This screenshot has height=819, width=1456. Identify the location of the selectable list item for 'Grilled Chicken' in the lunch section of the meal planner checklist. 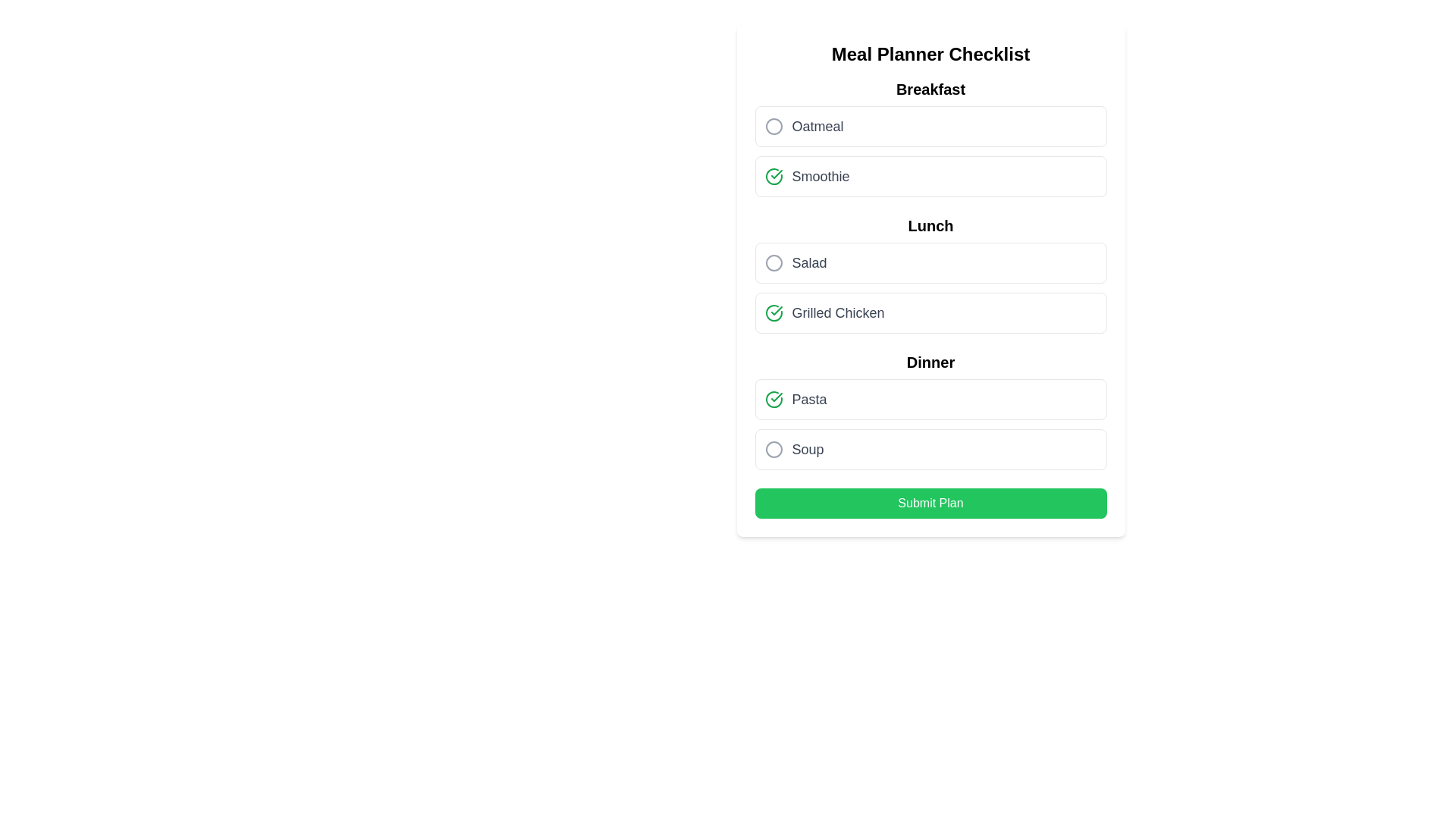
(930, 312).